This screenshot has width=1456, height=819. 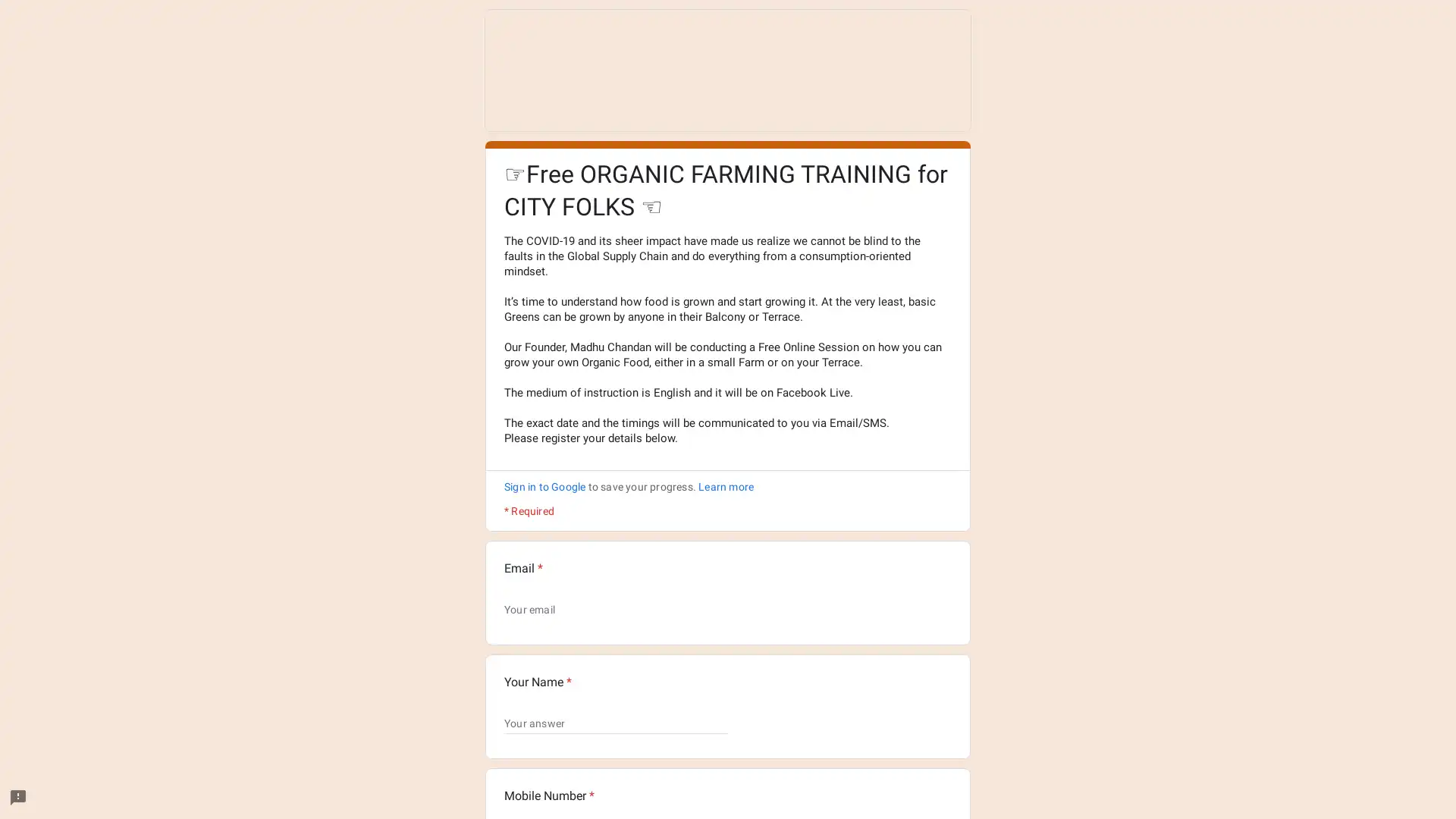 What do you see at coordinates (725, 485) in the screenshot?
I see `Learn more` at bounding box center [725, 485].